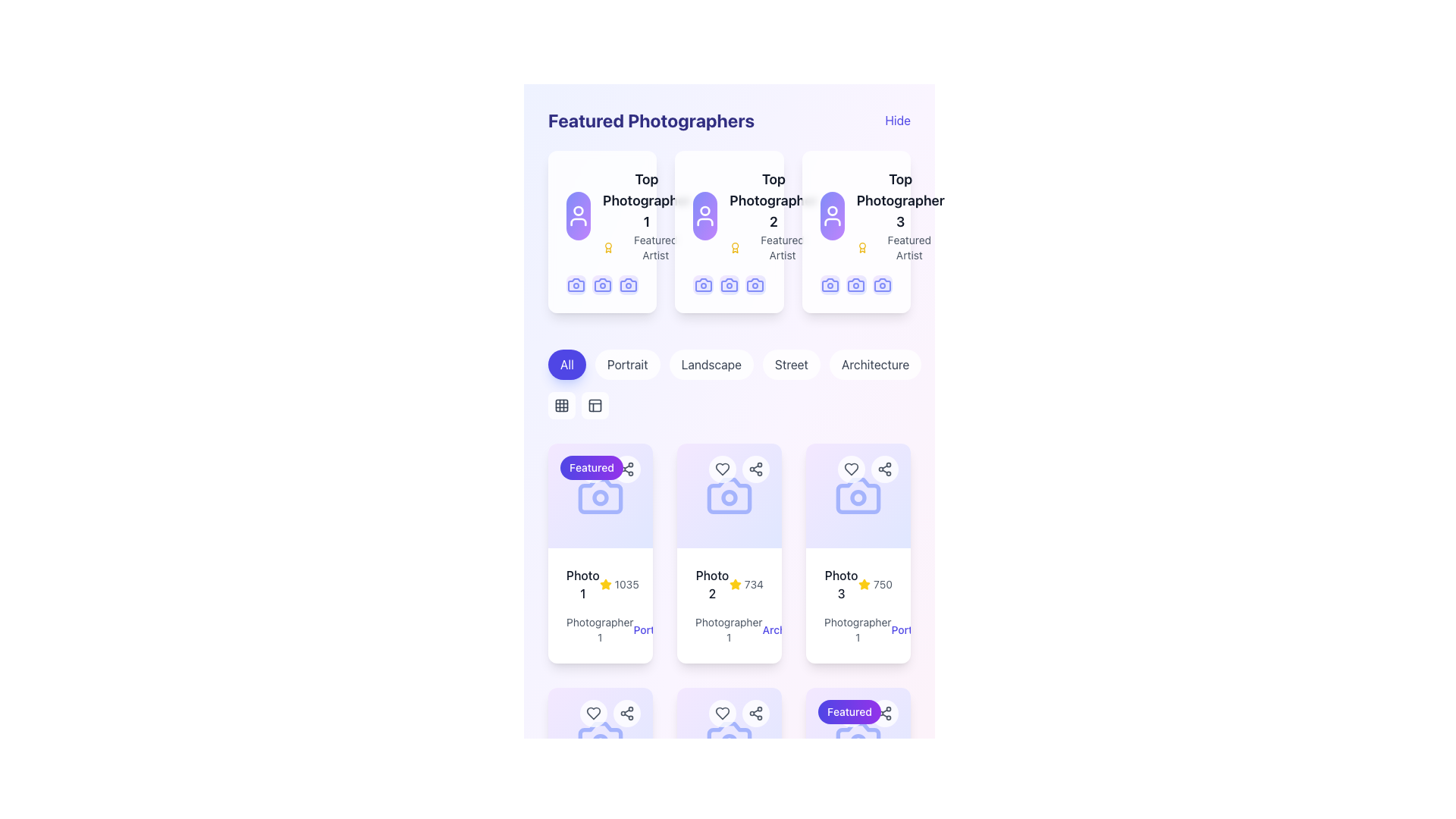  Describe the element at coordinates (875, 584) in the screenshot. I see `number '750' displayed in gray font next to the yellow star icon in the 'Photo 3' card` at that location.